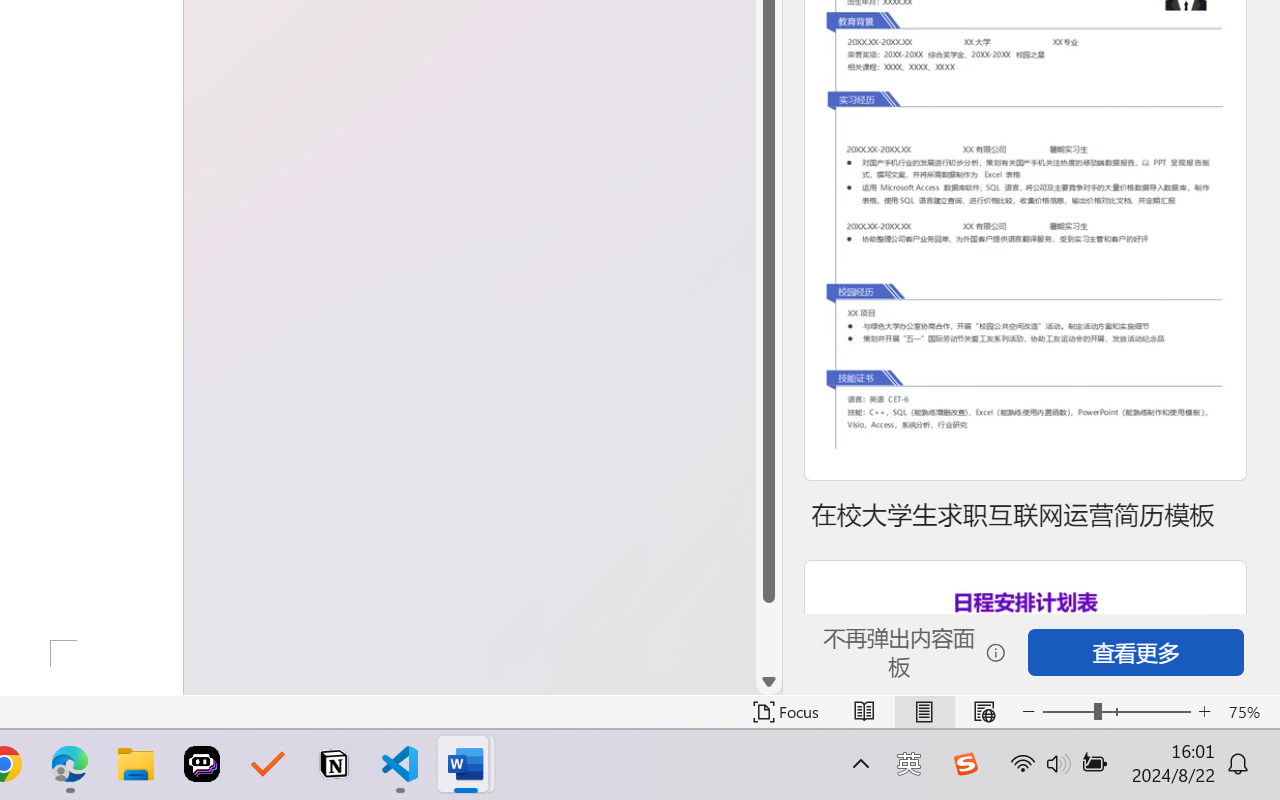 This screenshot has width=1280, height=800. What do you see at coordinates (785, 711) in the screenshot?
I see `'Focus '` at bounding box center [785, 711].